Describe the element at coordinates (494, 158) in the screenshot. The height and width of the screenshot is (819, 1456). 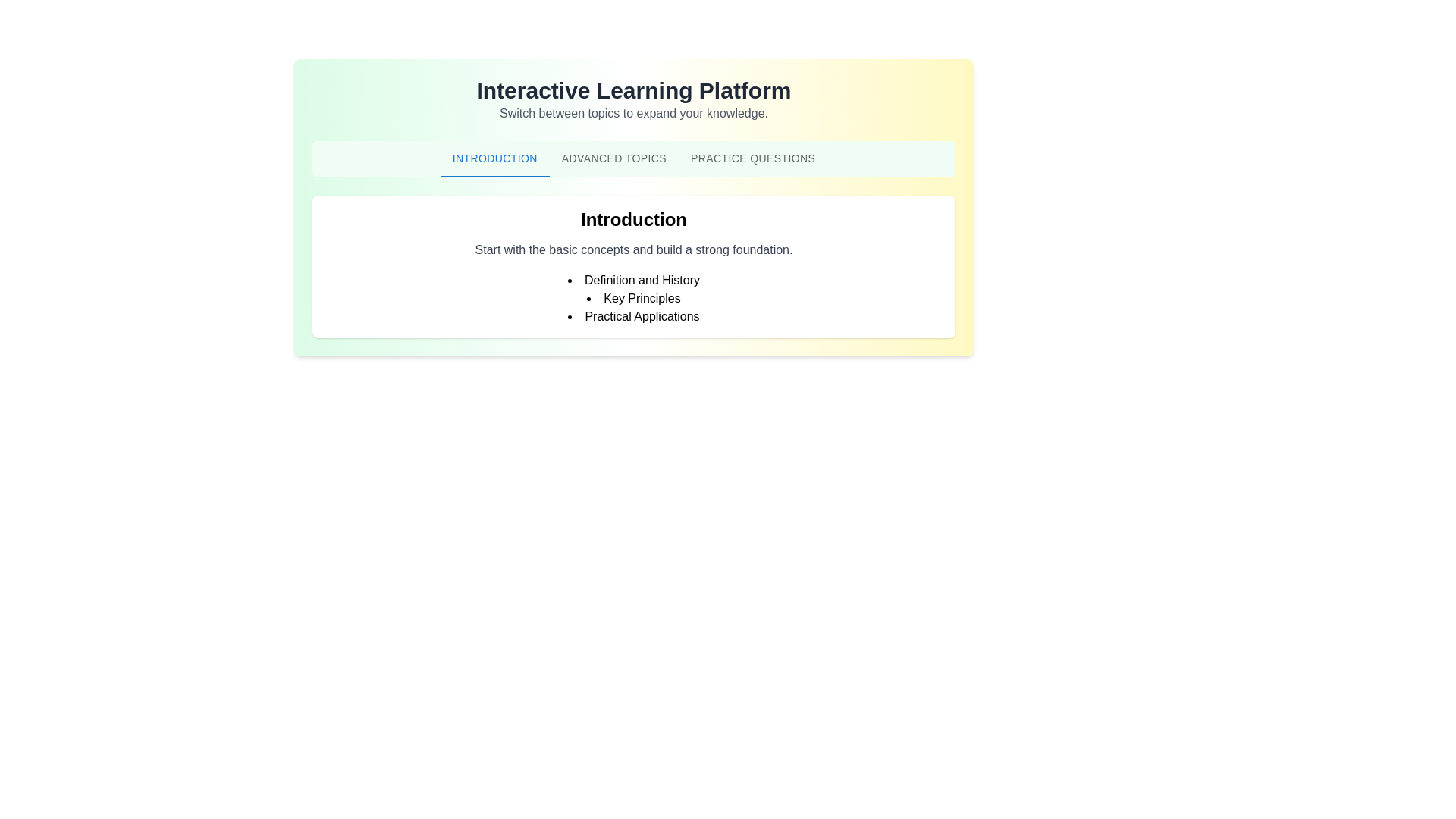
I see `the 'Introduction' tab, which is the first tab in a navigation bar styled with blue text and underline` at that location.